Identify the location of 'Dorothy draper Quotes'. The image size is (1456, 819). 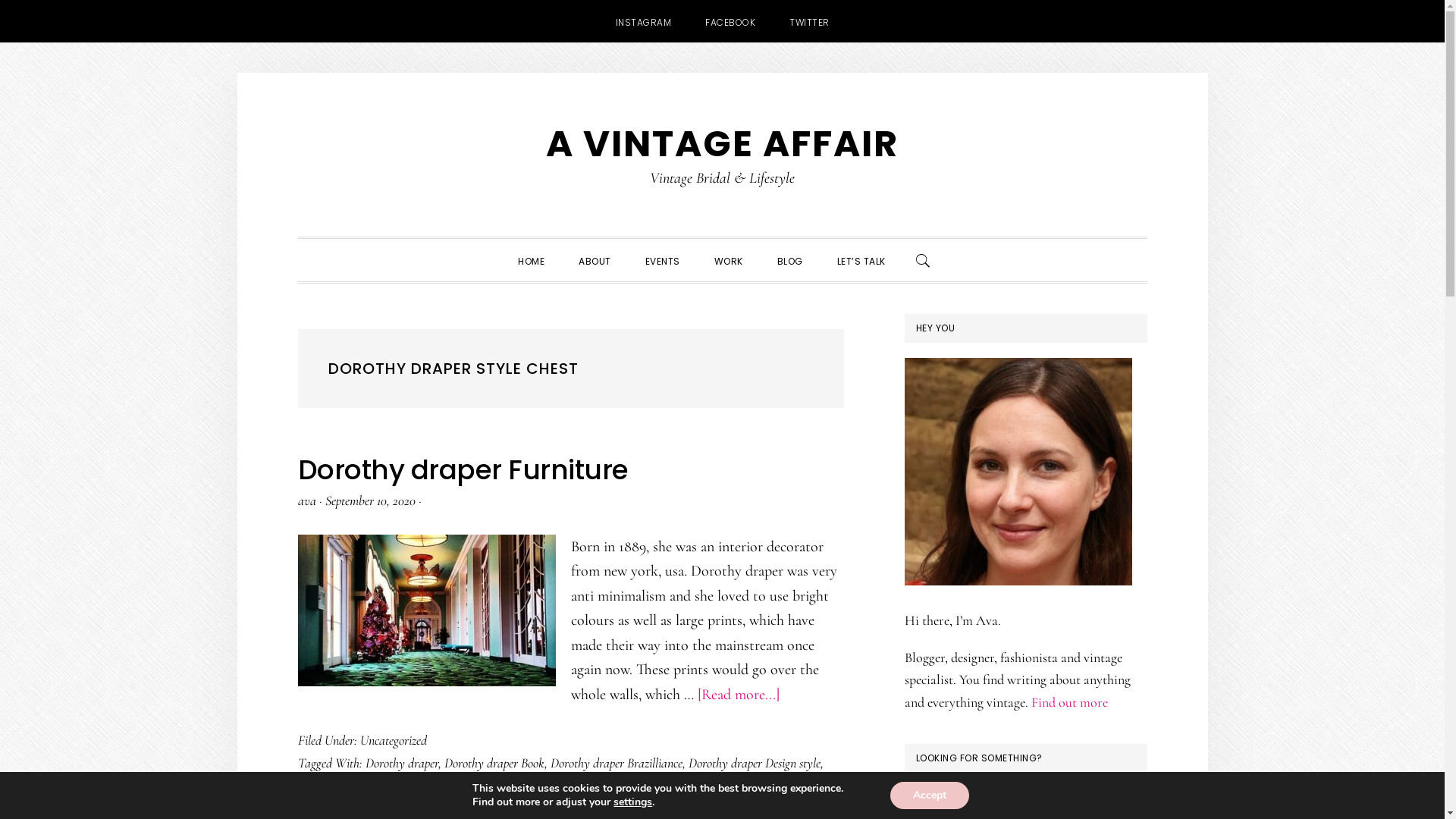
(297, 806).